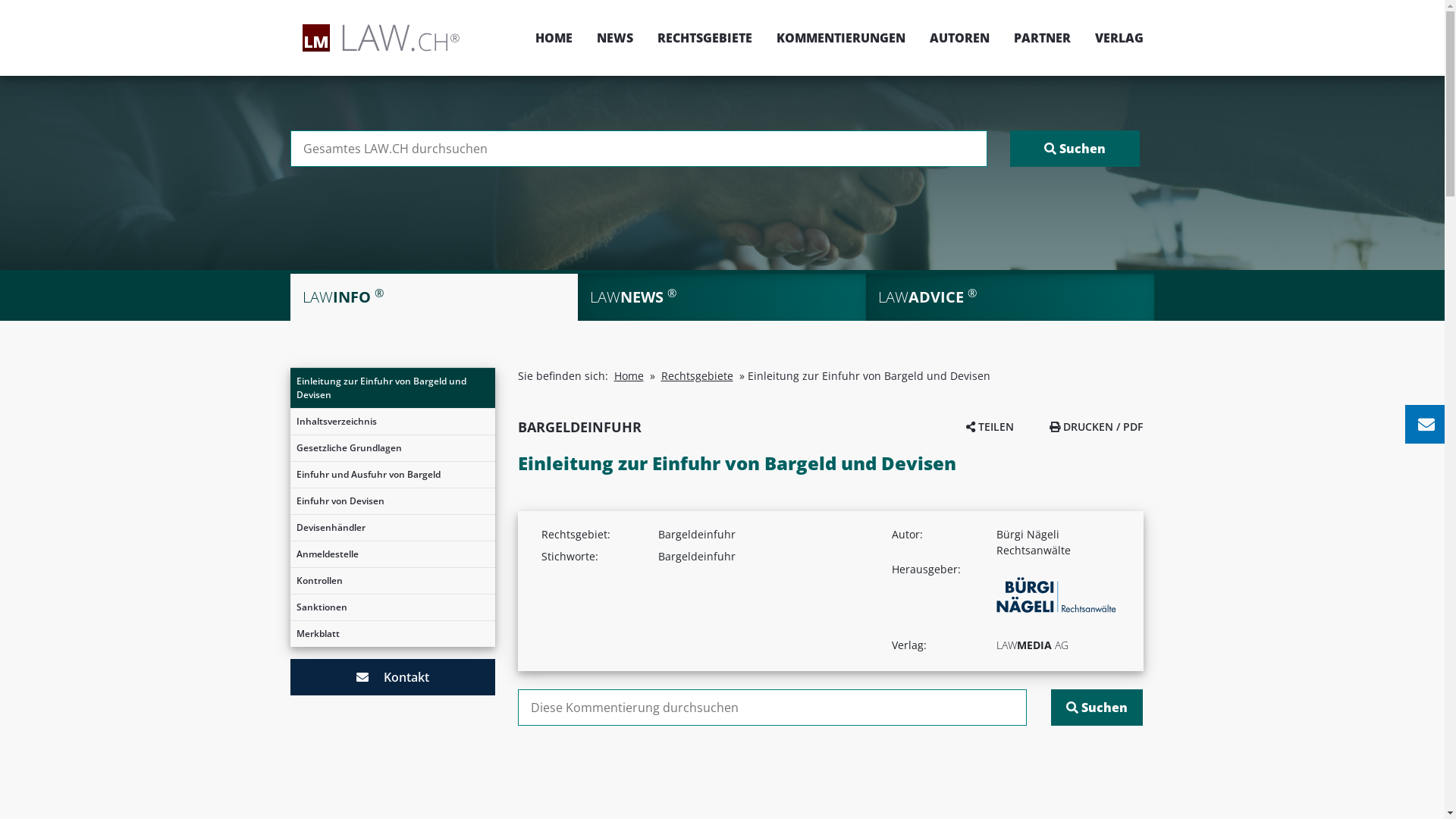  I want to click on 'HOME', so click(553, 37).